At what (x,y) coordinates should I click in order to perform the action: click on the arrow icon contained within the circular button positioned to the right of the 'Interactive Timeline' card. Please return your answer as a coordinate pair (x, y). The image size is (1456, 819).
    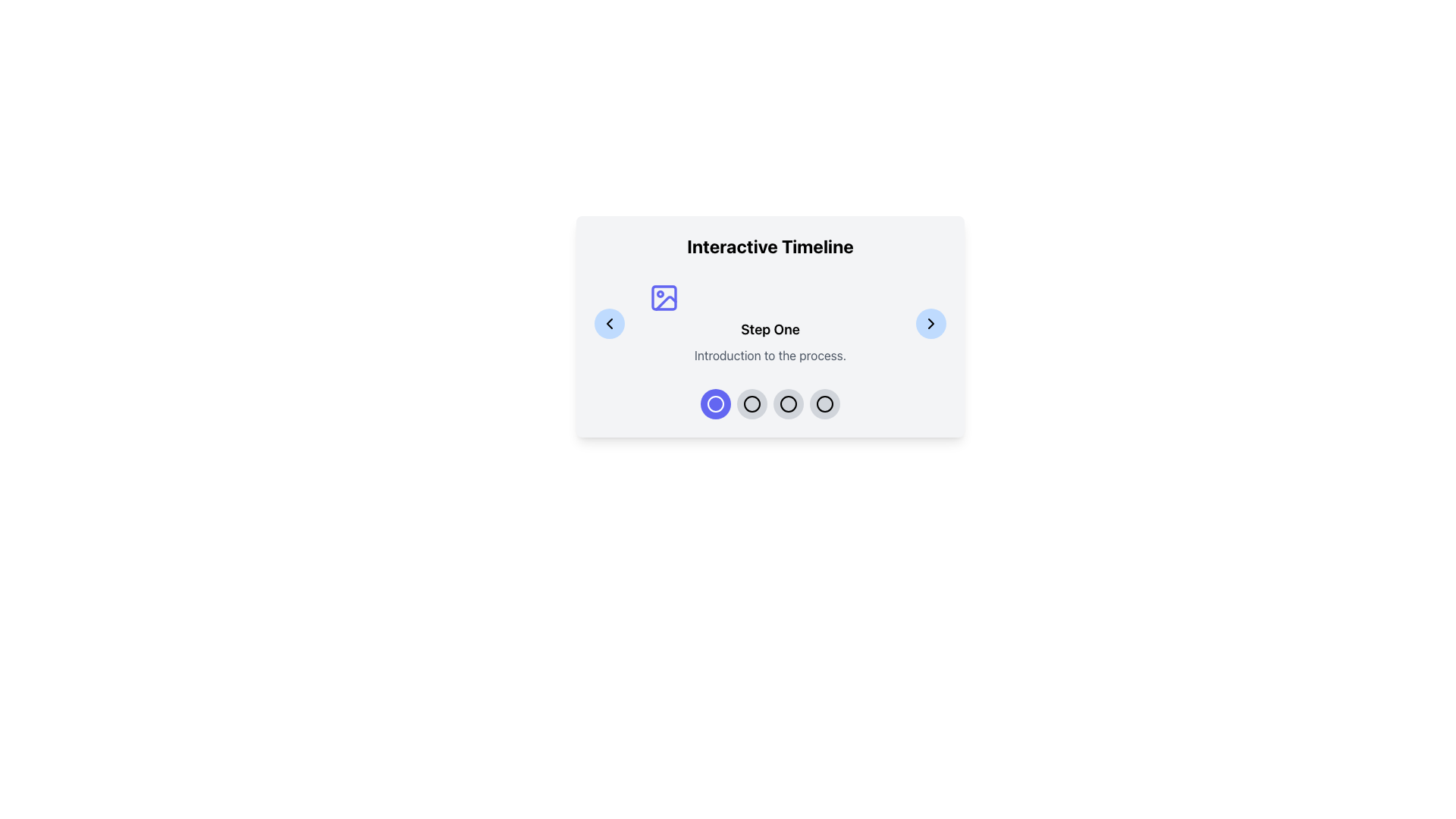
    Looking at the image, I should click on (930, 323).